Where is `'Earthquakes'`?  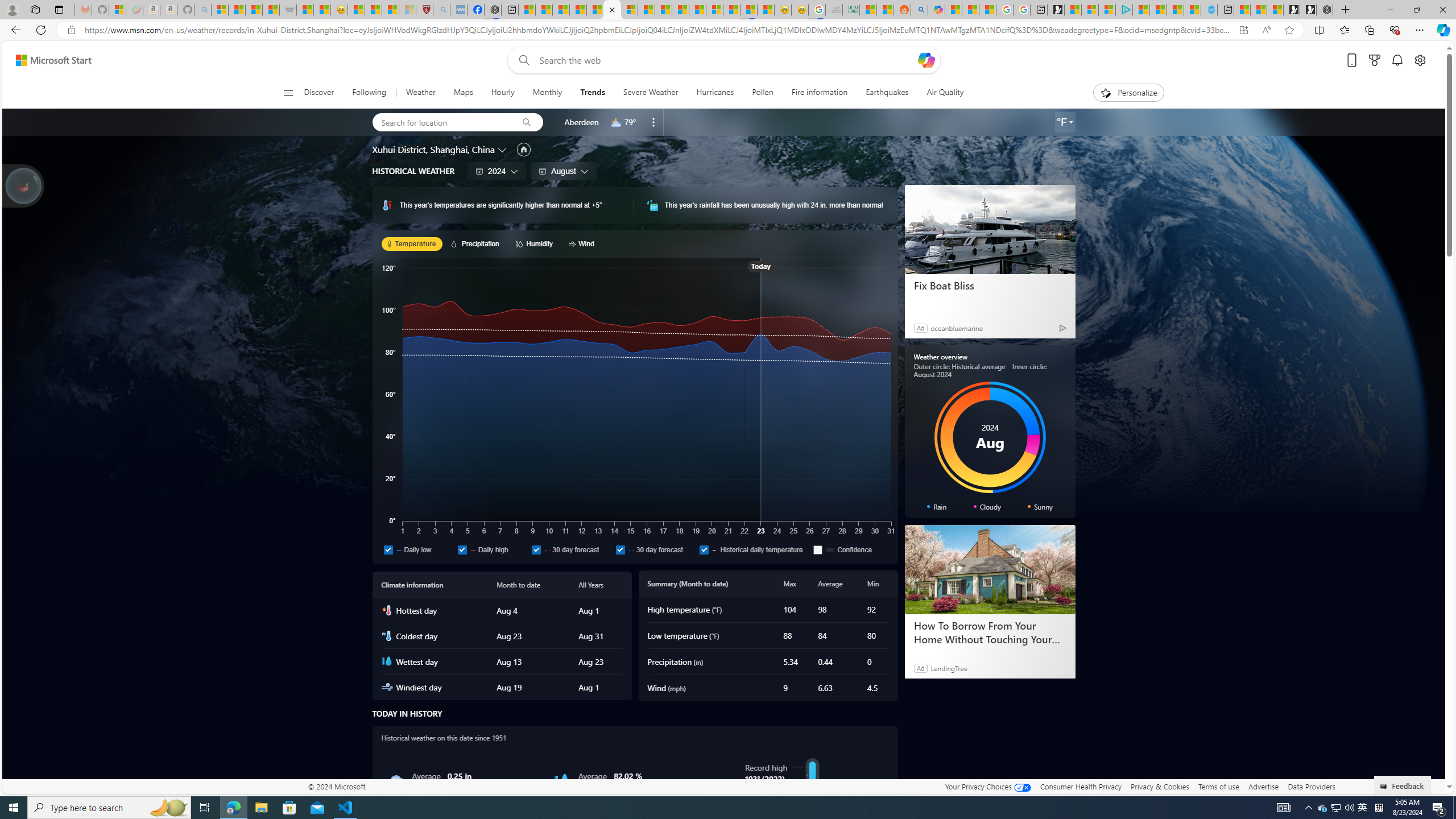 'Earthquakes' is located at coordinates (886, 92).